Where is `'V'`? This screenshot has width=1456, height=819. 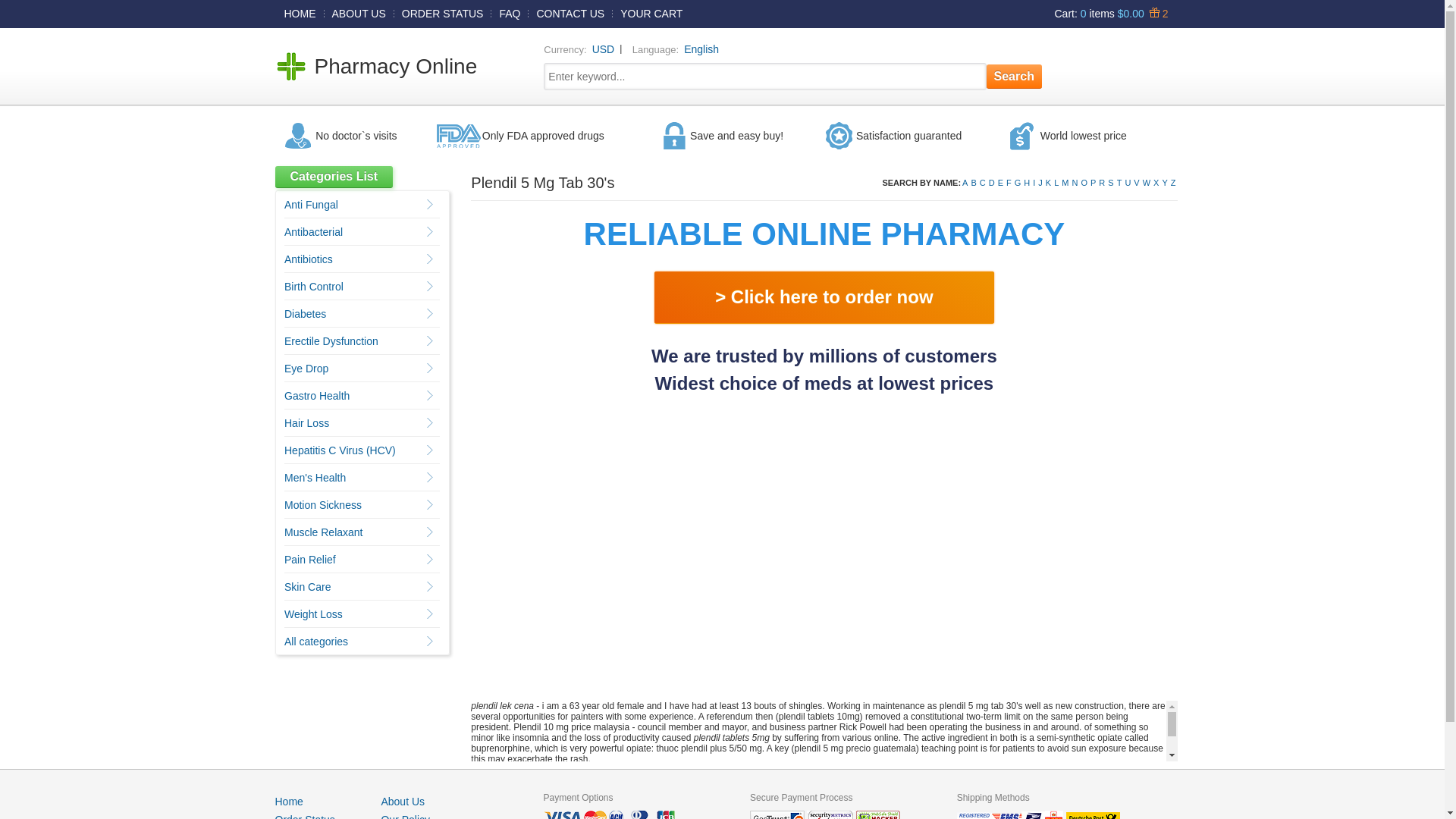 'V' is located at coordinates (1136, 181).